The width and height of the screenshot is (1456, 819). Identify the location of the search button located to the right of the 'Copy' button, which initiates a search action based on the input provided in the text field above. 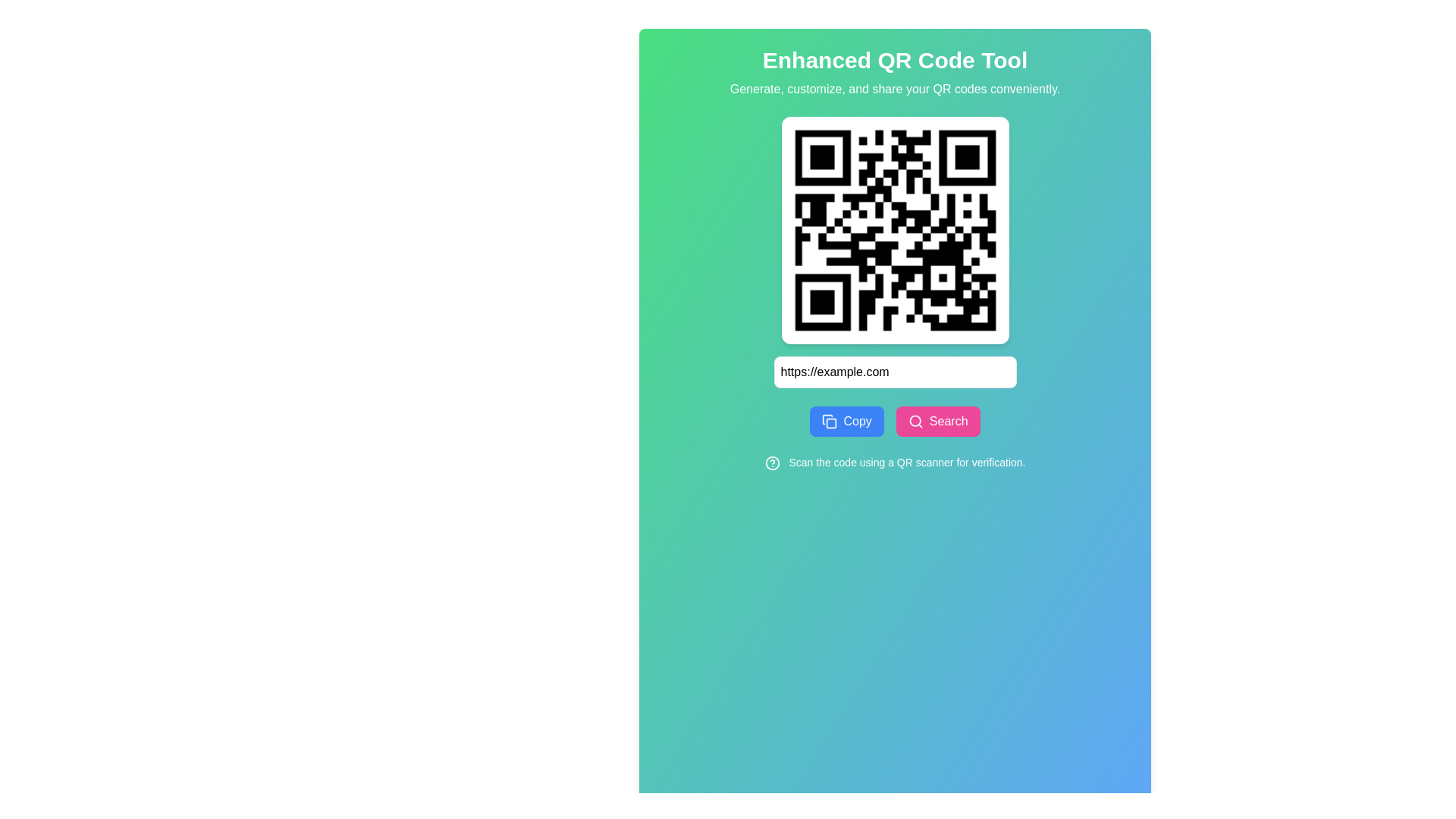
(937, 421).